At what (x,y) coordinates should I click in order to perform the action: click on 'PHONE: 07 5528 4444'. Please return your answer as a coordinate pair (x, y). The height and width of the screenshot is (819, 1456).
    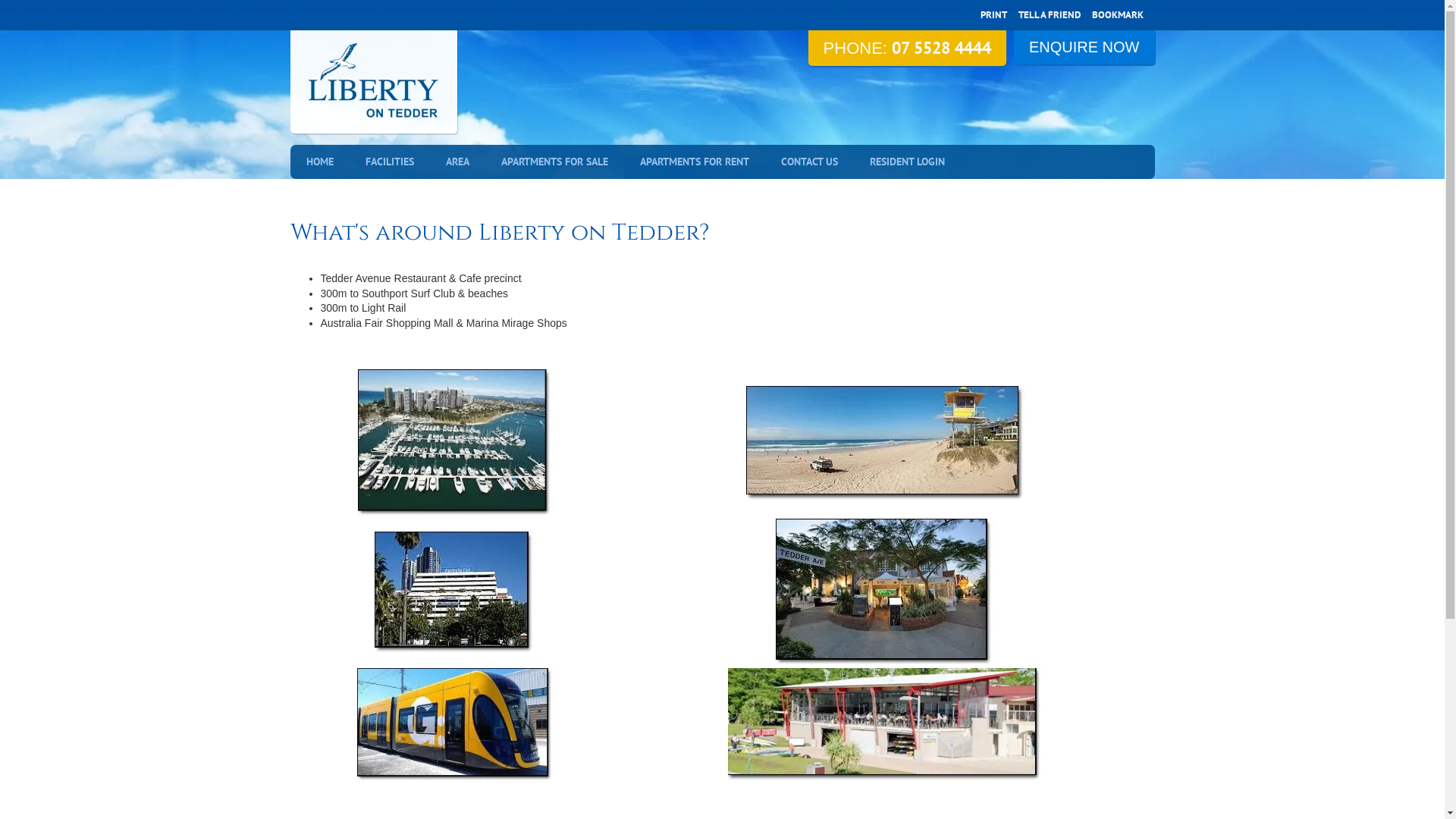
    Looking at the image, I should click on (907, 47).